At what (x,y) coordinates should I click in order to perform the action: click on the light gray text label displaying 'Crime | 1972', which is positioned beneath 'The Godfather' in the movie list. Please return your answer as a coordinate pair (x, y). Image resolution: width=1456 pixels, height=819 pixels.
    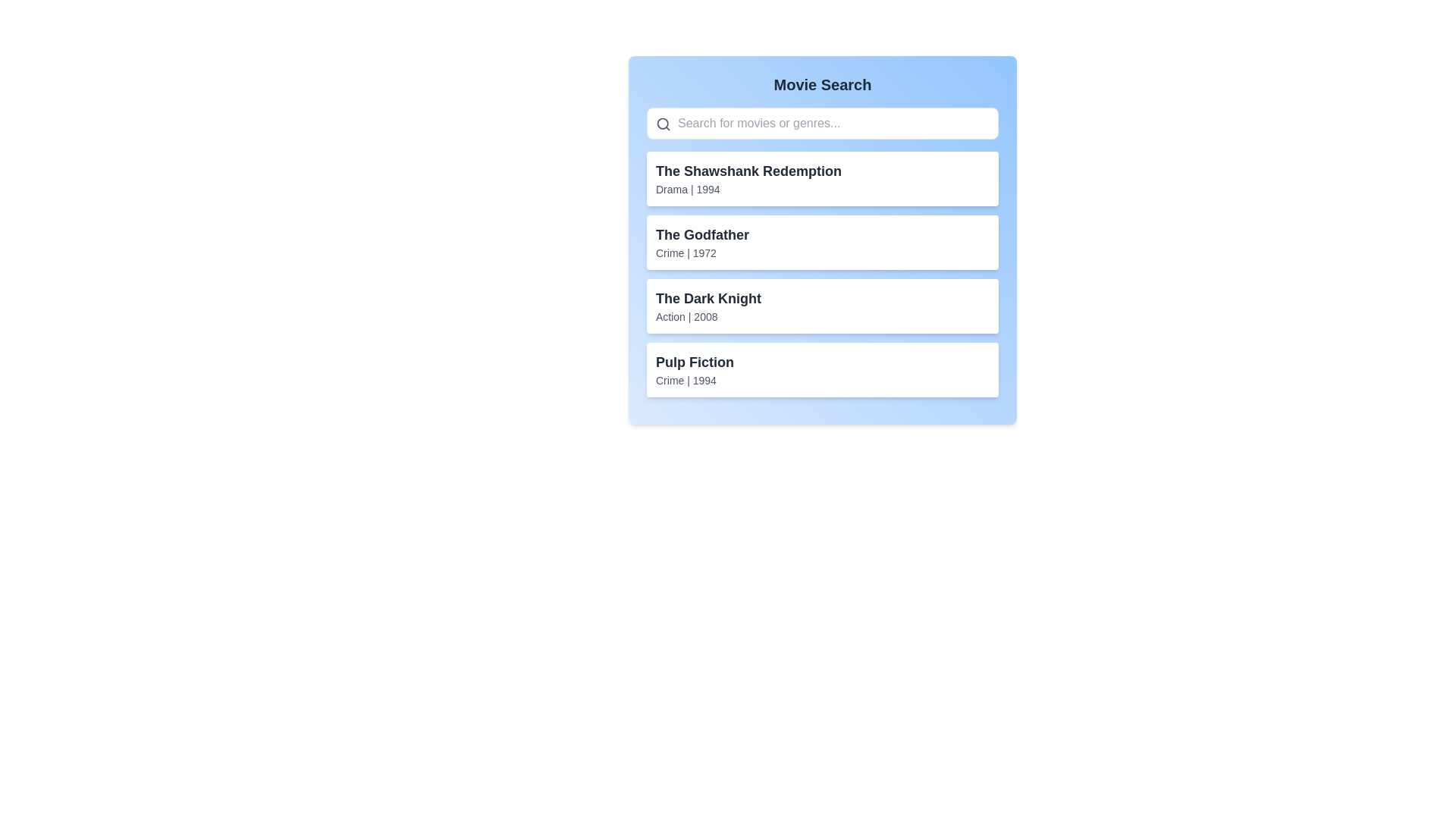
    Looking at the image, I should click on (701, 253).